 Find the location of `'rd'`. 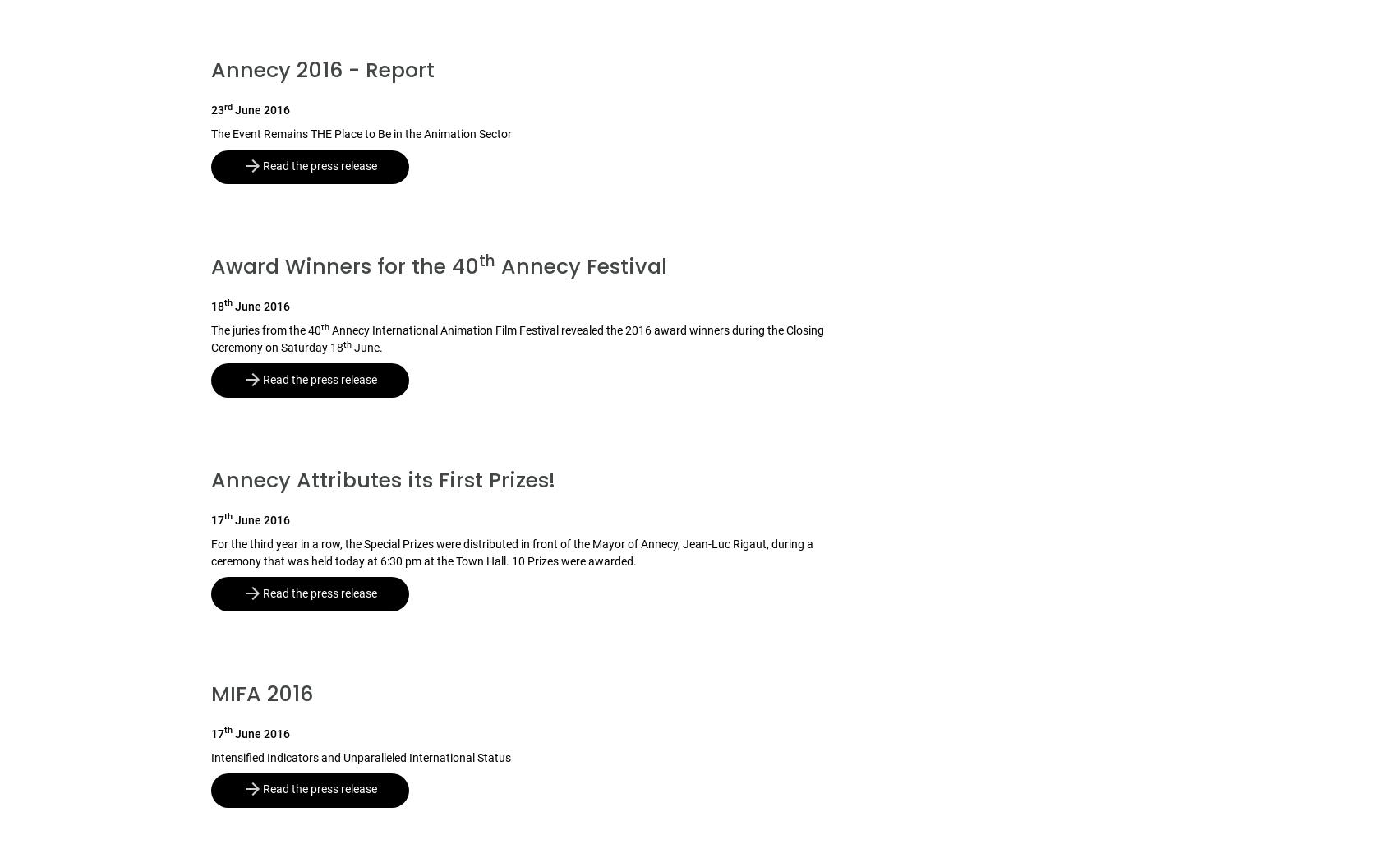

'rd' is located at coordinates (227, 105).